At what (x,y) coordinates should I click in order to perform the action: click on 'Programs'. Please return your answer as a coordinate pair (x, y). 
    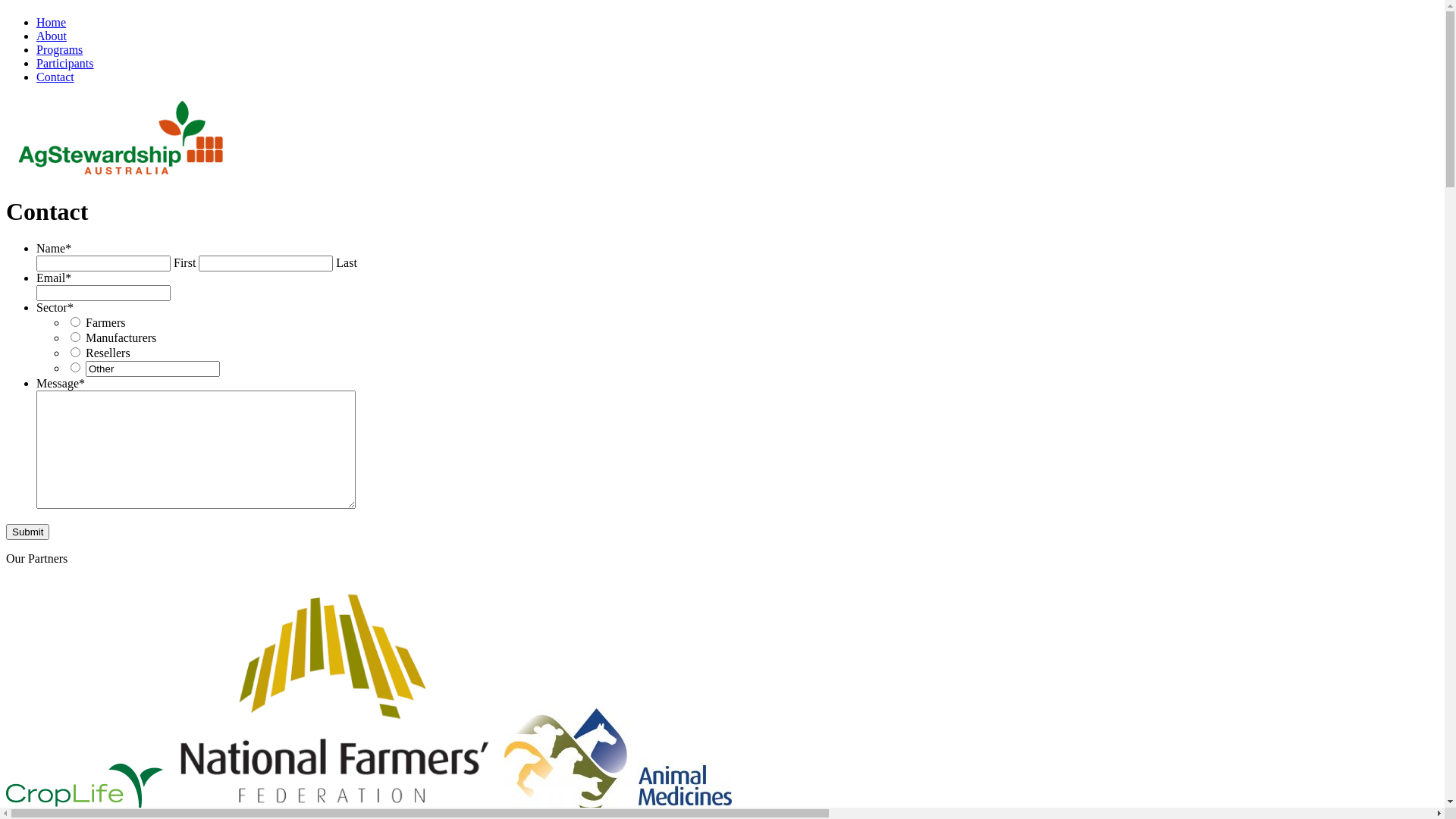
    Looking at the image, I should click on (59, 49).